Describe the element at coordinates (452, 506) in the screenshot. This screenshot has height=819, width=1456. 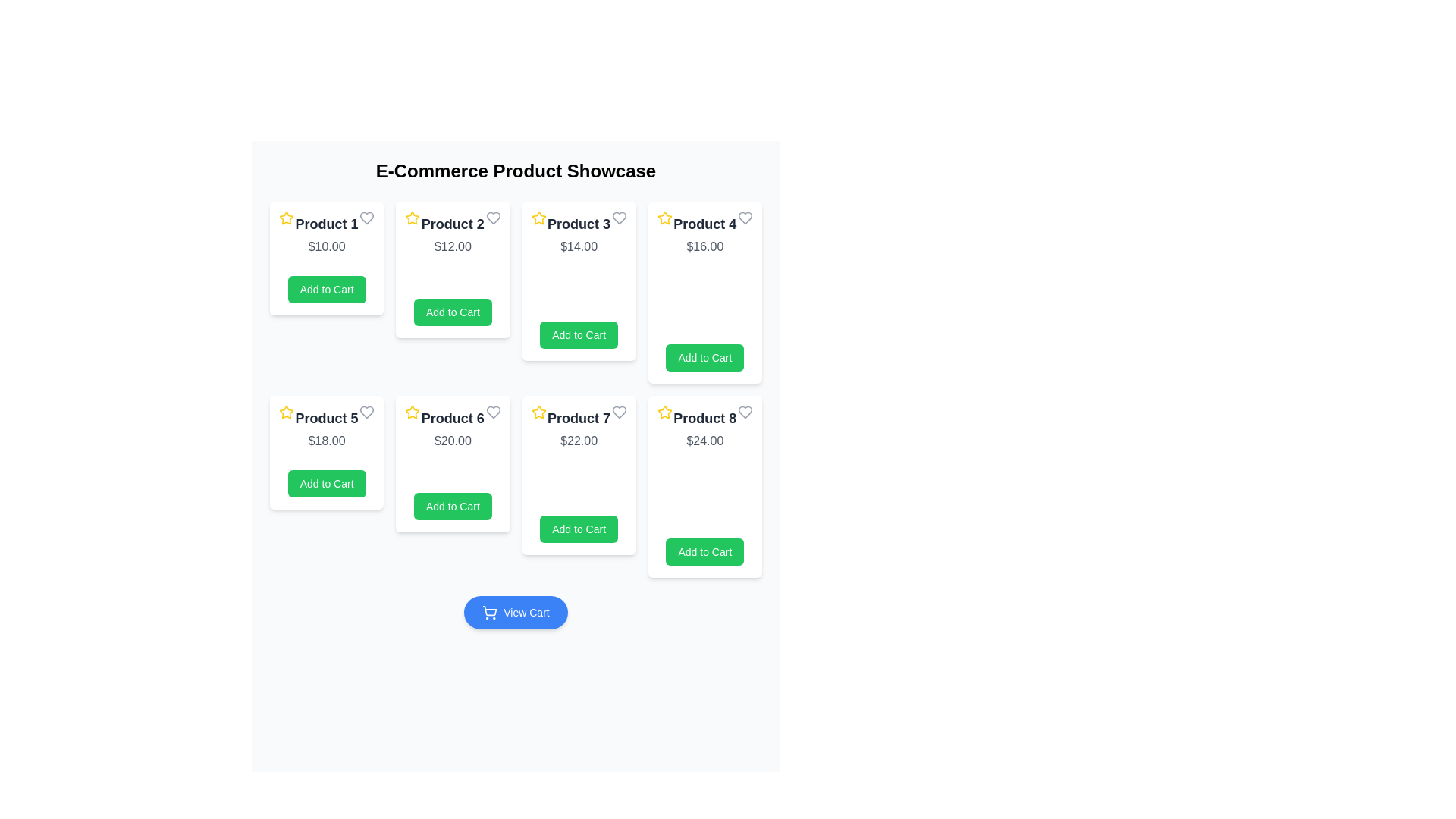
I see `the button` at that location.